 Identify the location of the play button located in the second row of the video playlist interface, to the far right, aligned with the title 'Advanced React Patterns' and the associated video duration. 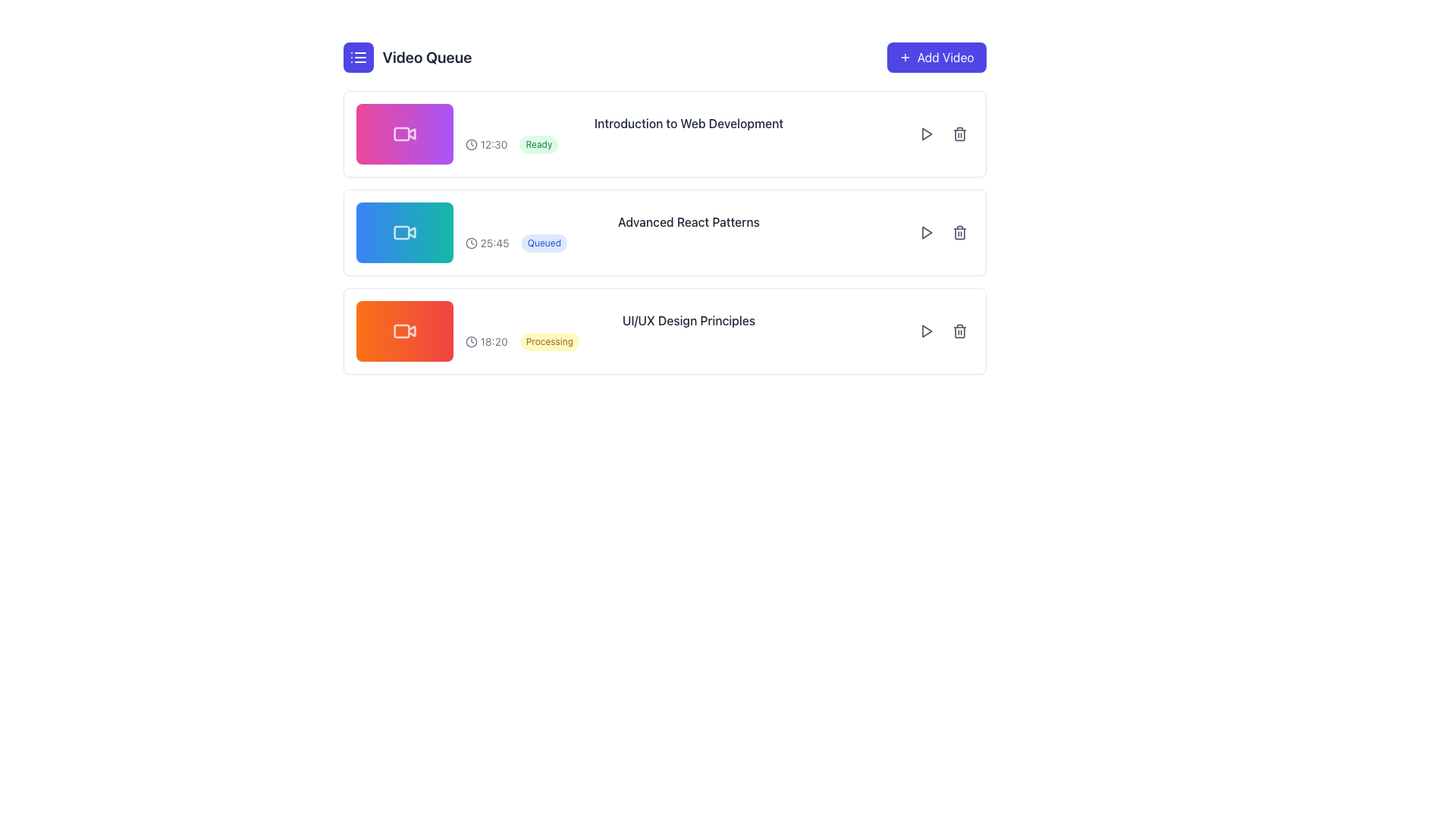
(925, 233).